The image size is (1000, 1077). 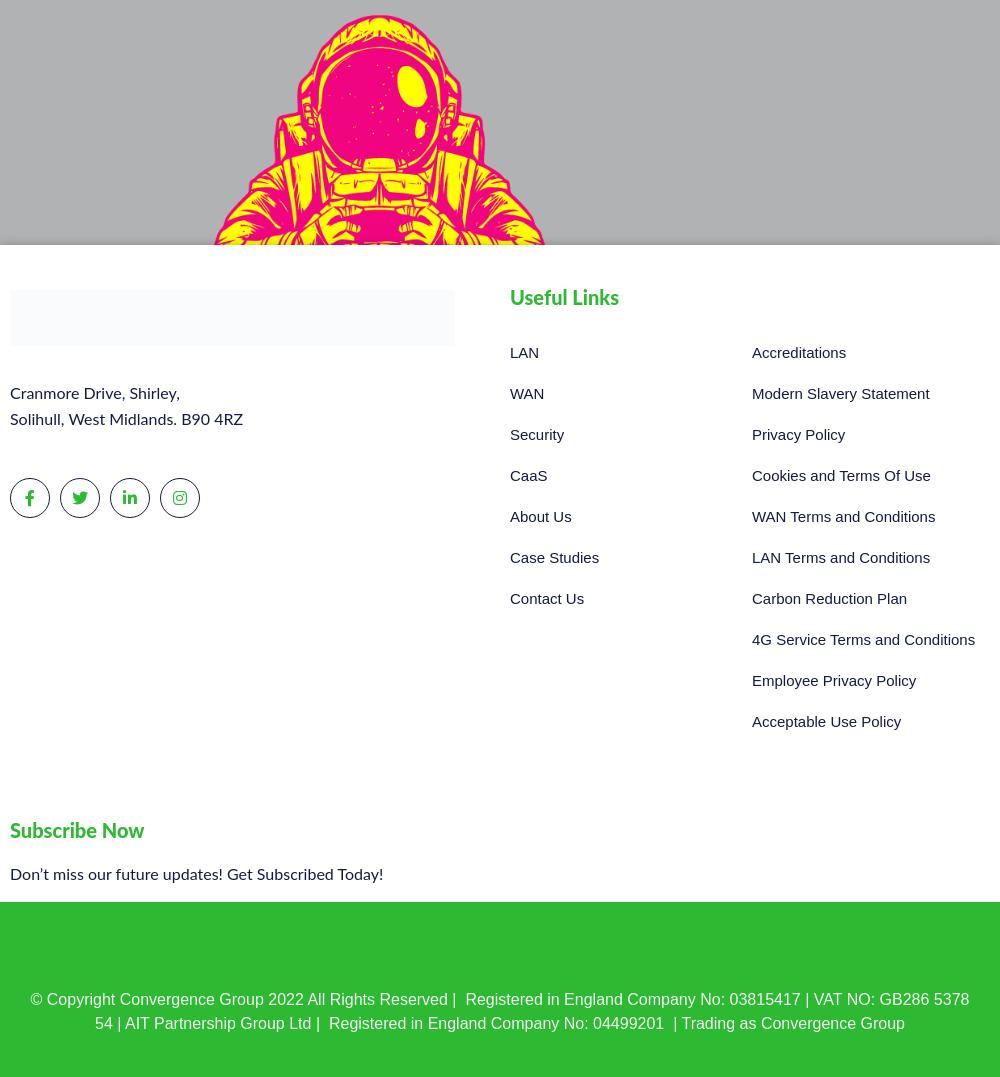 What do you see at coordinates (840, 475) in the screenshot?
I see `'Cookies and Terms Of Use'` at bounding box center [840, 475].